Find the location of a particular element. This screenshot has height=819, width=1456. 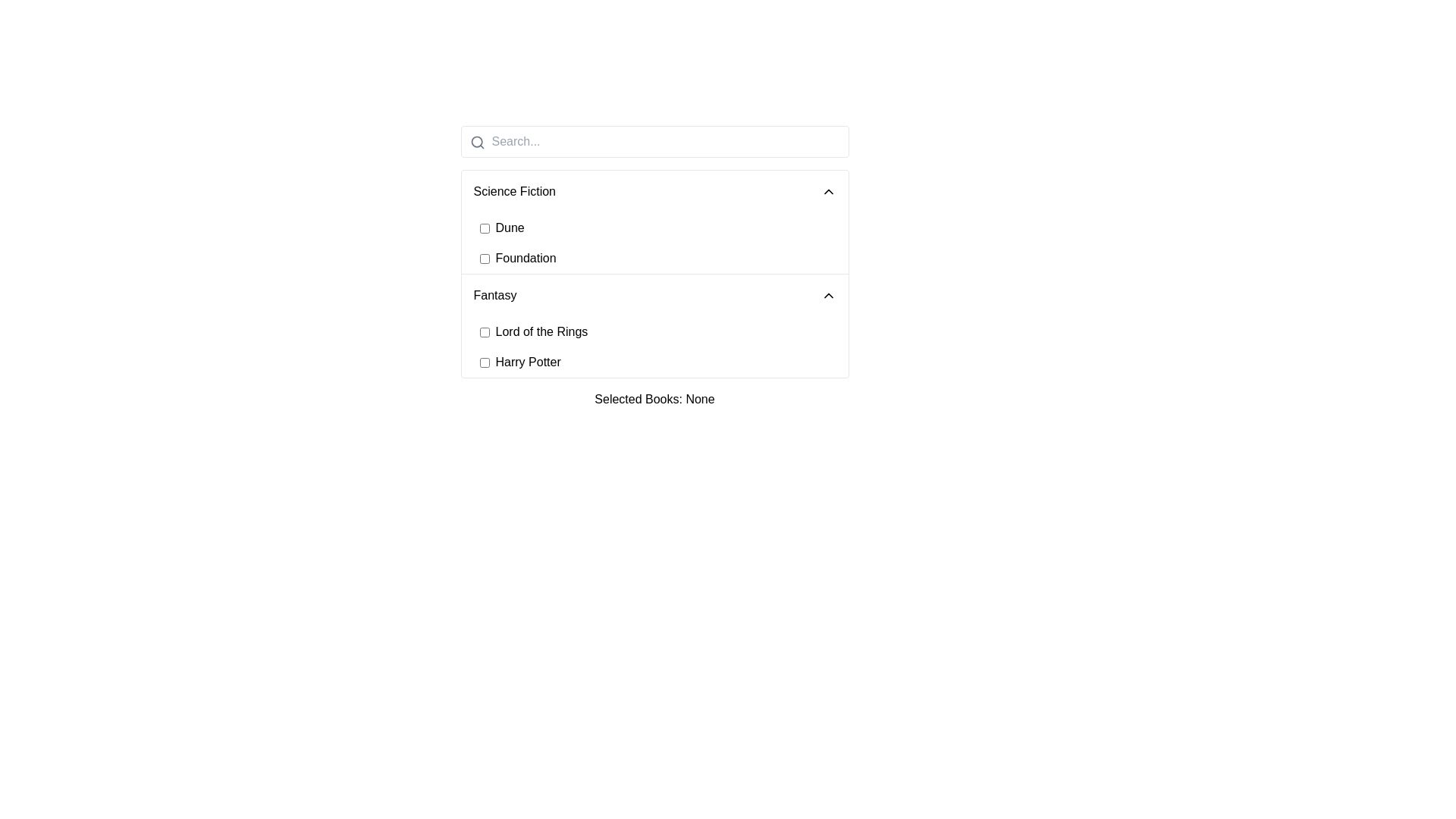

the standard checkbox input for the 'Dune' selection in the 'Science Fiction' category is located at coordinates (483, 227).